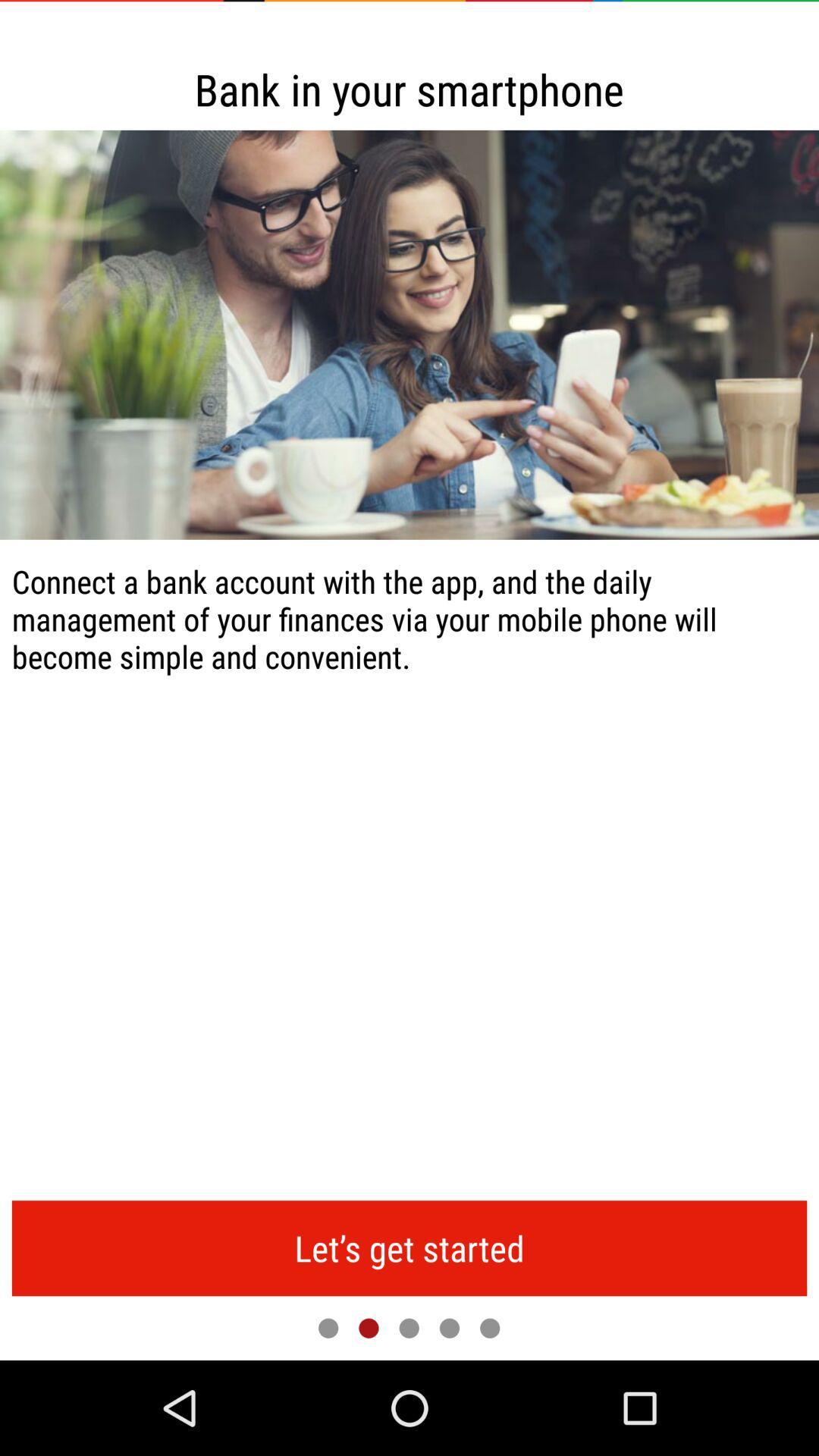 The height and width of the screenshot is (1456, 819). I want to click on next page, so click(408, 1327).